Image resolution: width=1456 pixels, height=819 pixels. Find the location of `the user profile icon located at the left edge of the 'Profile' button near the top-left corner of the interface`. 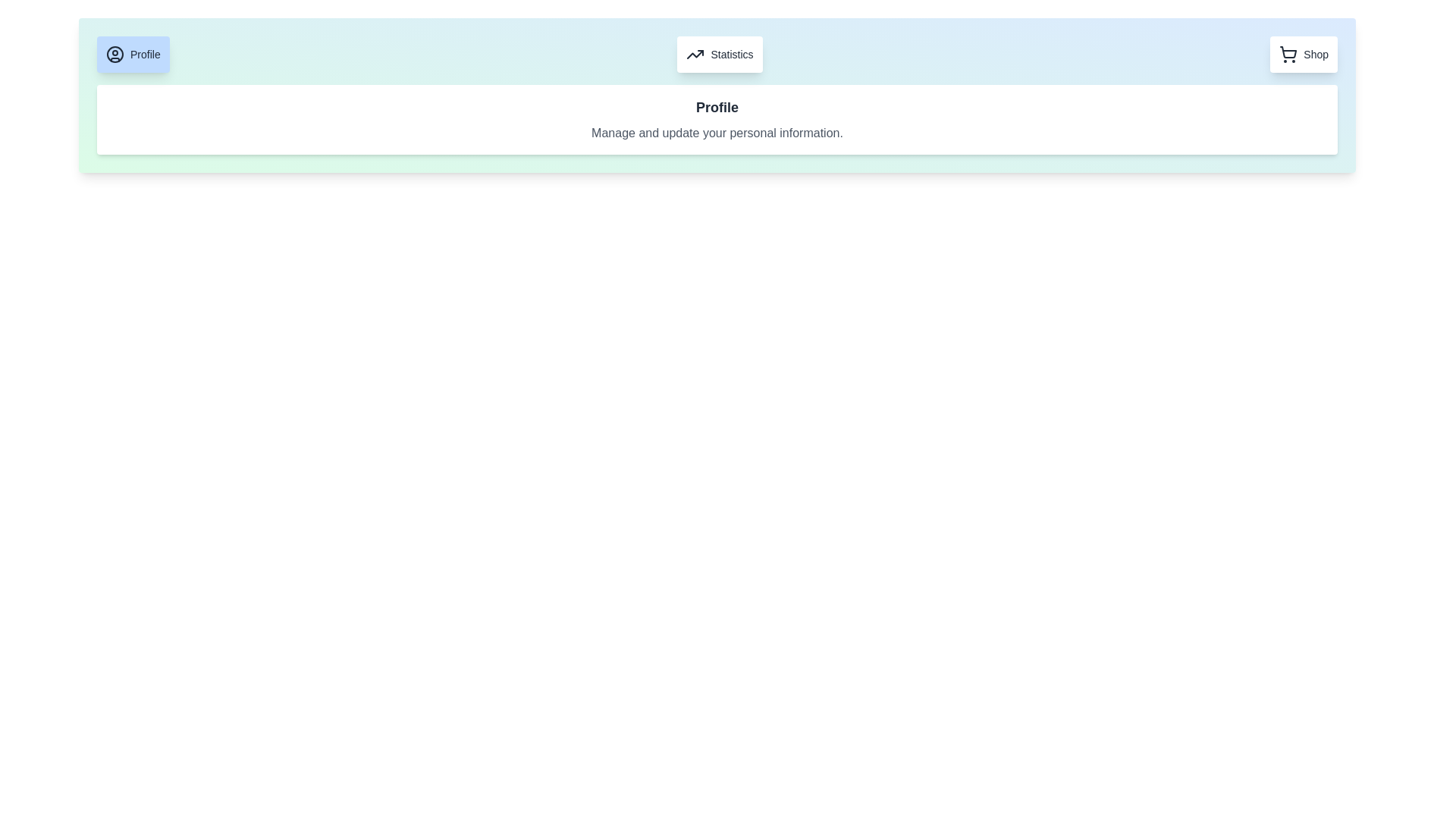

the user profile icon located at the left edge of the 'Profile' button near the top-left corner of the interface is located at coordinates (115, 54).